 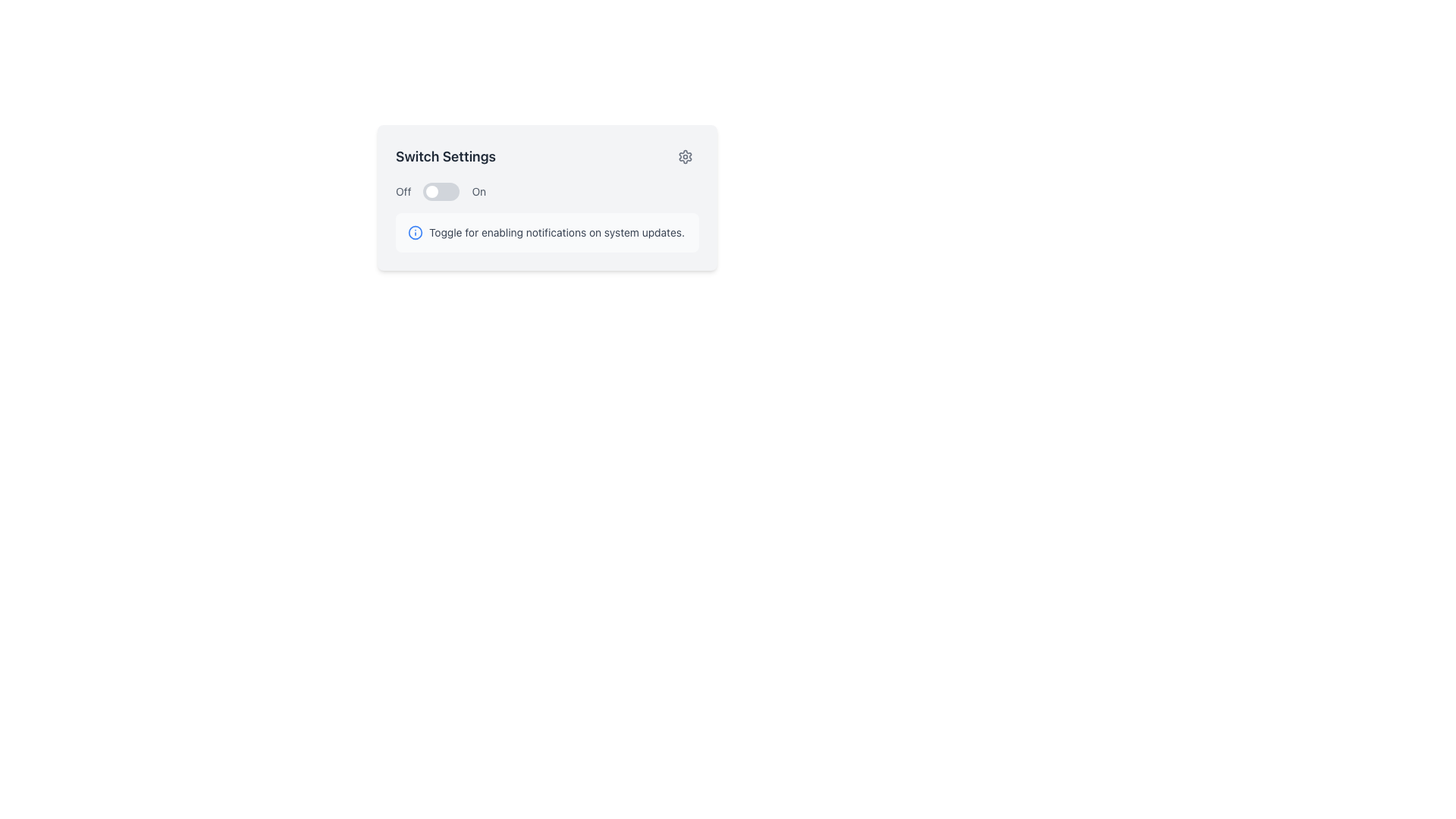 I want to click on the gear icon button located to the right of the 'Switch Settings' text, which opens the settings menu or configuration options, so click(x=684, y=157).